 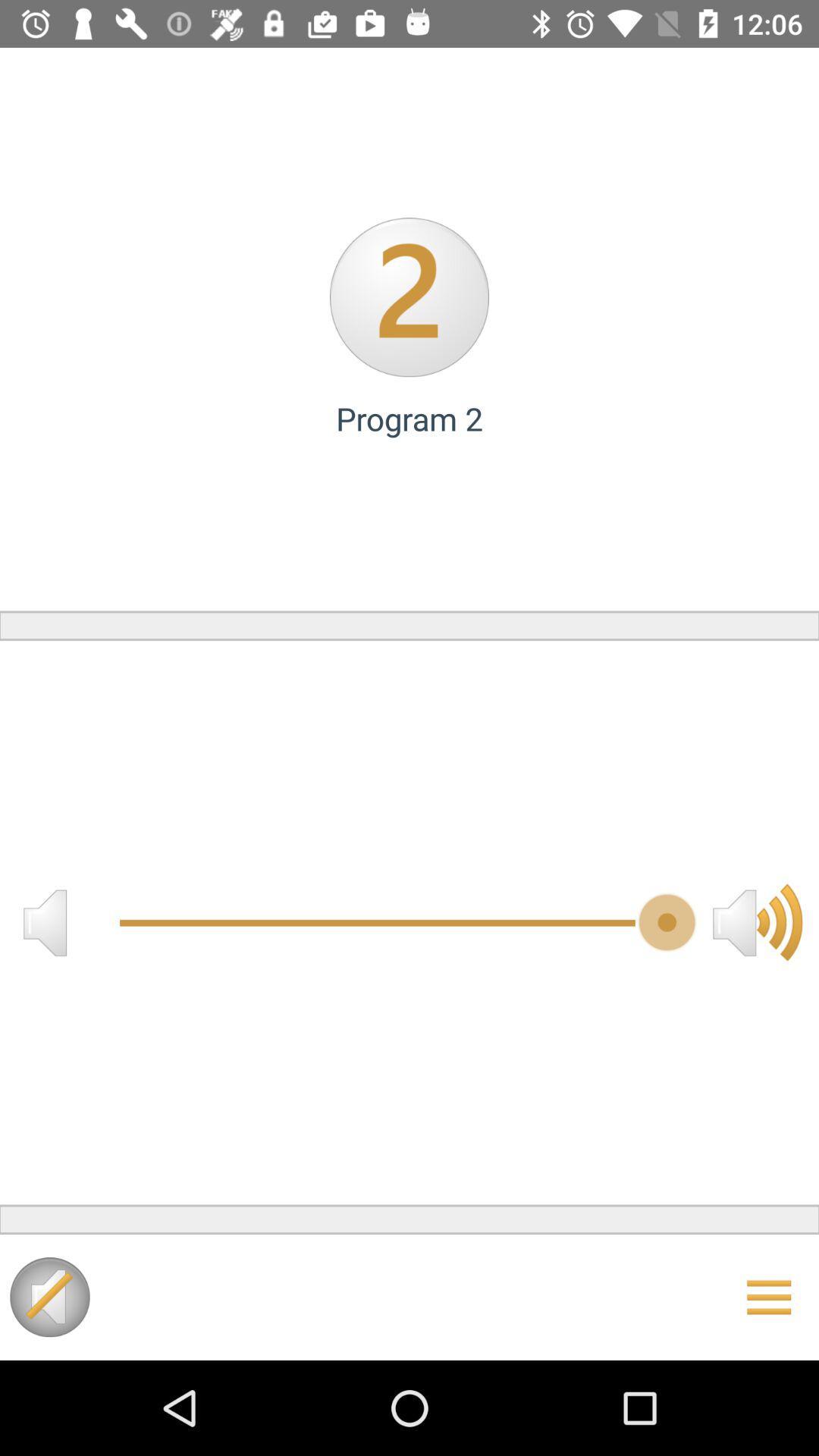 What do you see at coordinates (44, 921) in the screenshot?
I see `mute or sound off` at bounding box center [44, 921].